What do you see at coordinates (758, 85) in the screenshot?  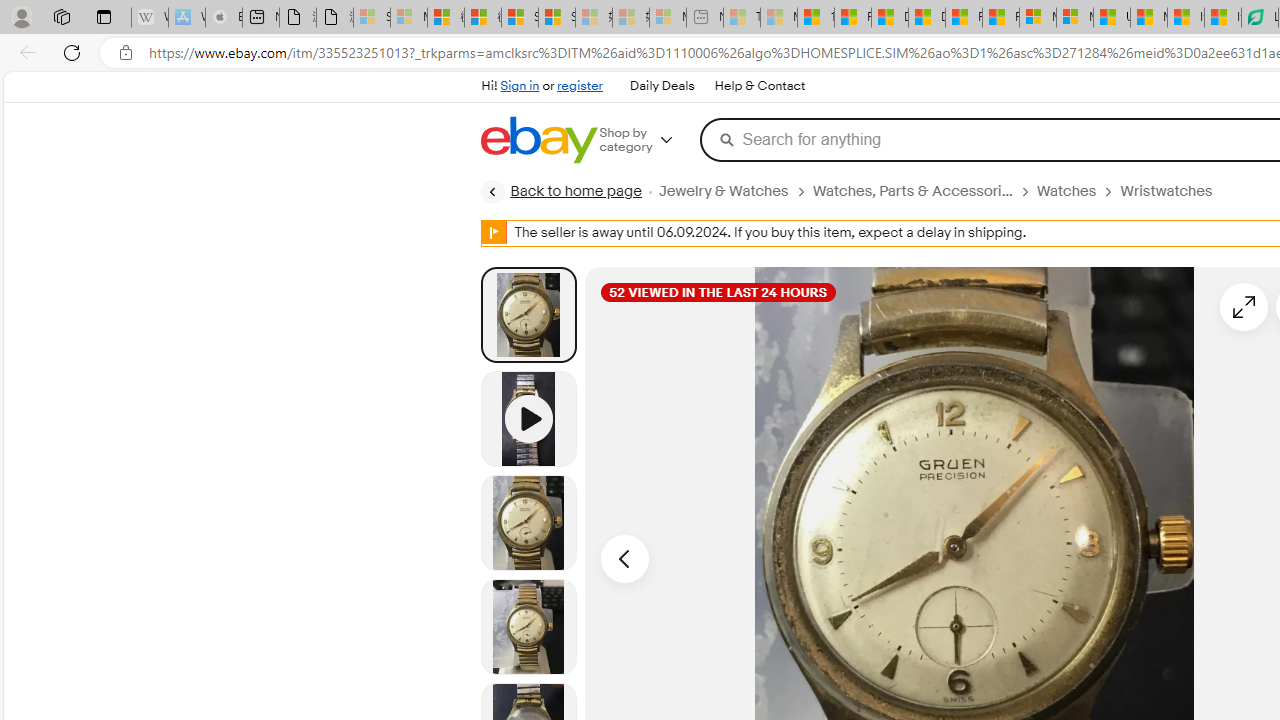 I see `'Help & Contact'` at bounding box center [758, 85].